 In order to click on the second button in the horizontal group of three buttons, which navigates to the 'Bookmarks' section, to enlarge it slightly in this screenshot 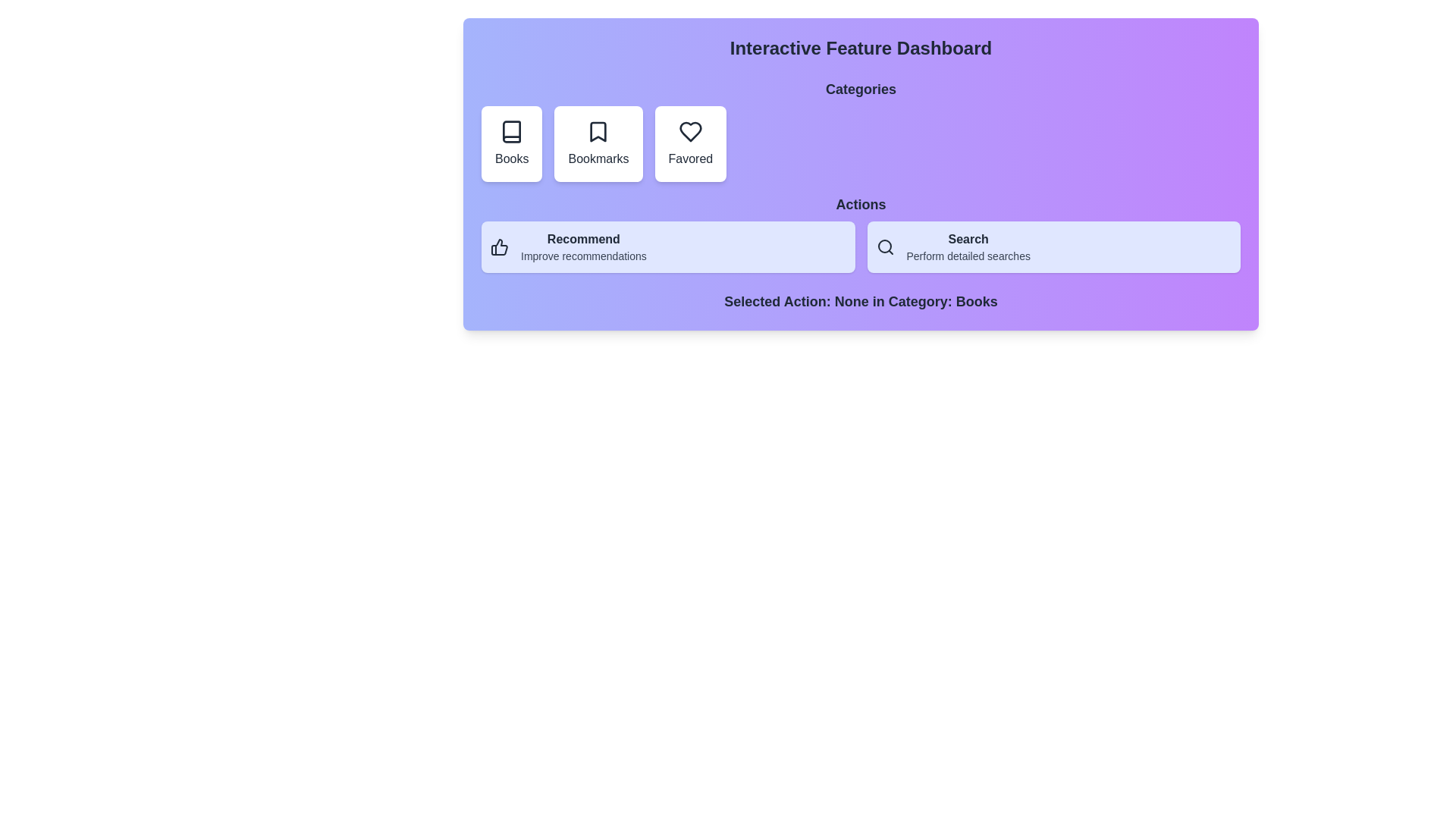, I will do `click(598, 143)`.